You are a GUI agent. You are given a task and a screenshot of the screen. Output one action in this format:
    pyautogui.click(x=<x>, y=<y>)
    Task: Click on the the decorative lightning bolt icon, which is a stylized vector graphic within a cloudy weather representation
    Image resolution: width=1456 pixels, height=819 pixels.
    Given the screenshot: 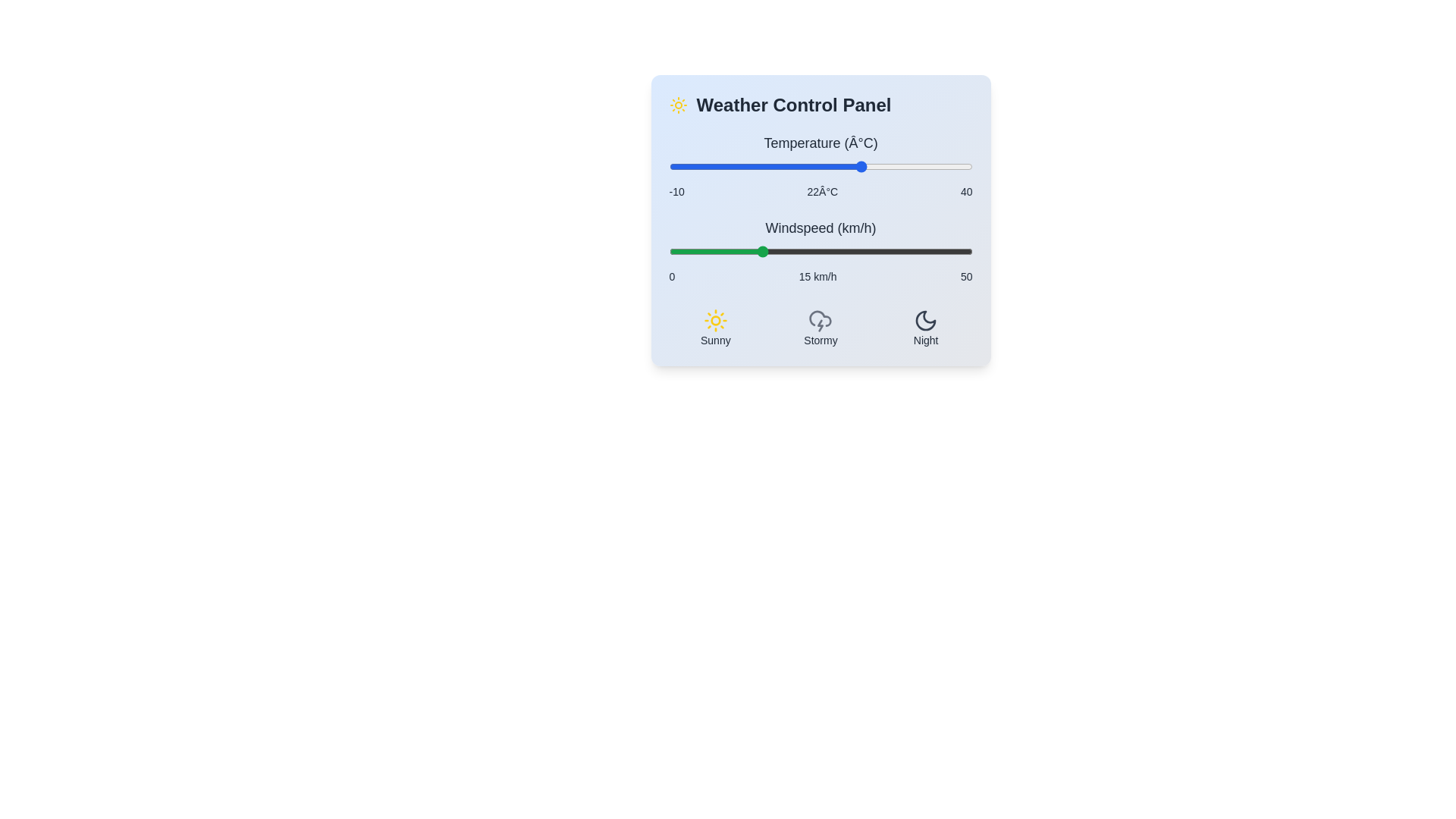 What is the action you would take?
    pyautogui.click(x=820, y=325)
    